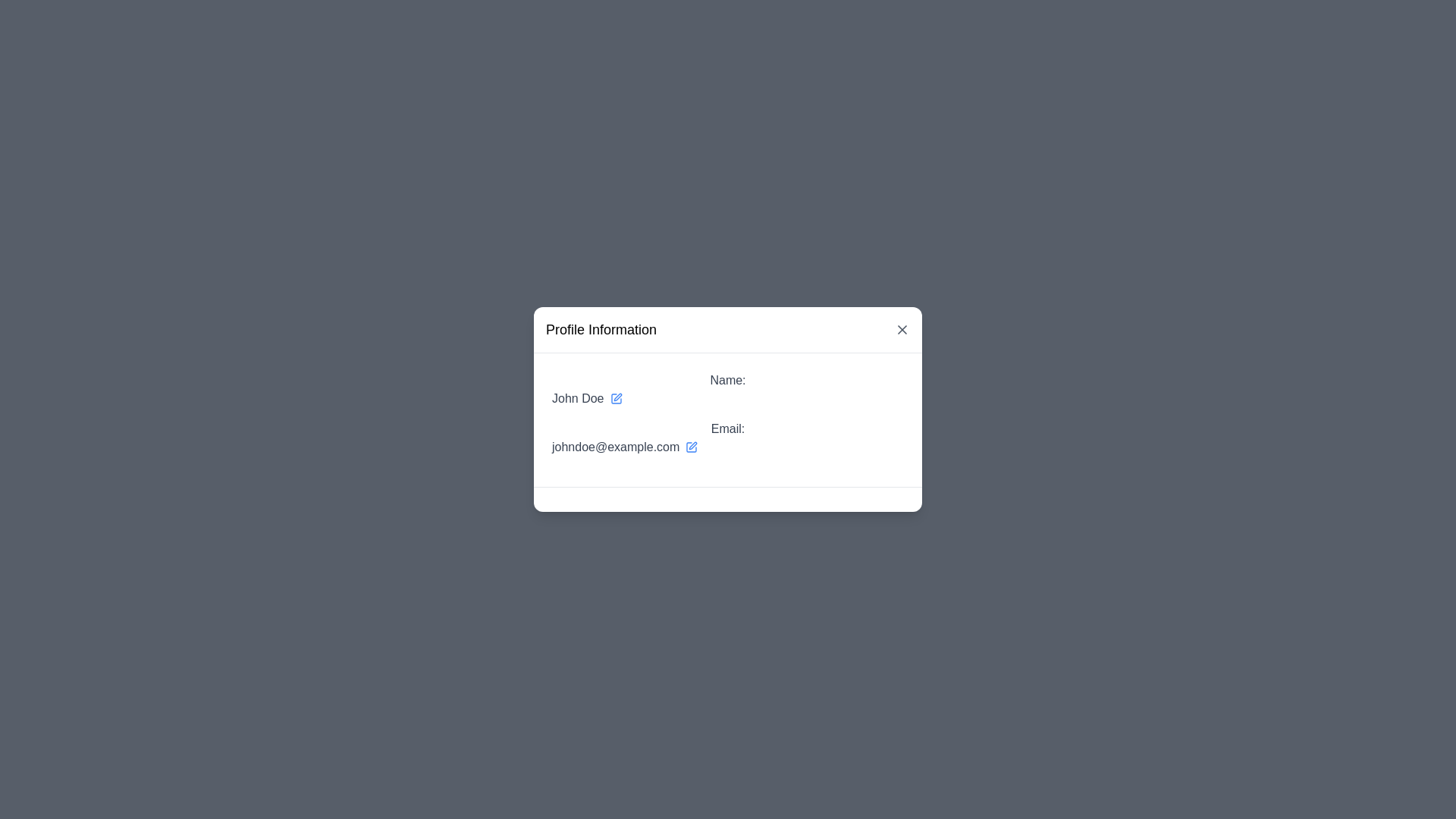 The height and width of the screenshot is (819, 1456). What do you see at coordinates (902, 329) in the screenshot?
I see `the X-shaped close button located at the top-right corner of the 'Profile Information' card` at bounding box center [902, 329].